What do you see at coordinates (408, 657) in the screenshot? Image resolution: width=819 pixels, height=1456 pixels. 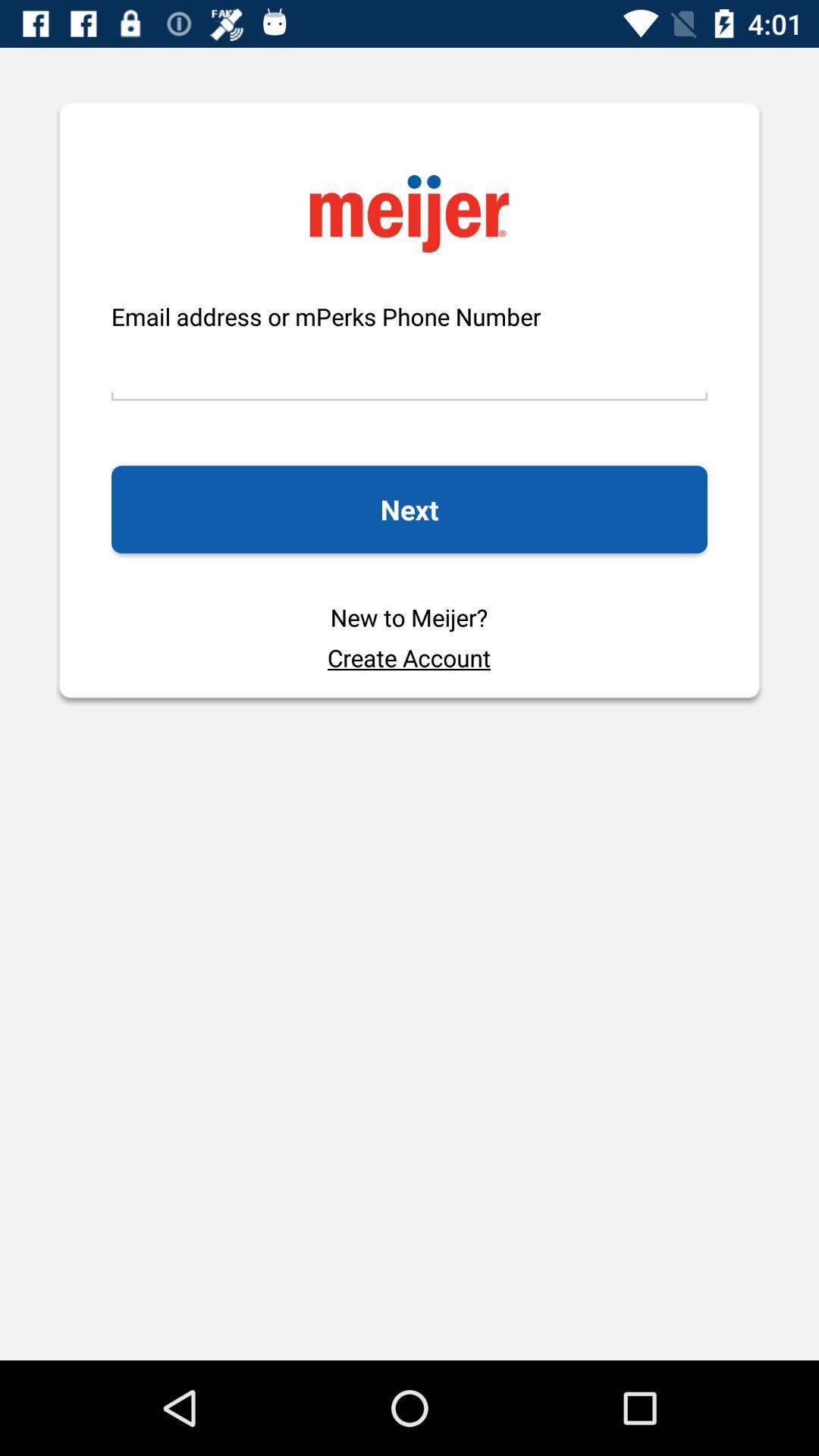 I see `icon below new to meijer?` at bounding box center [408, 657].